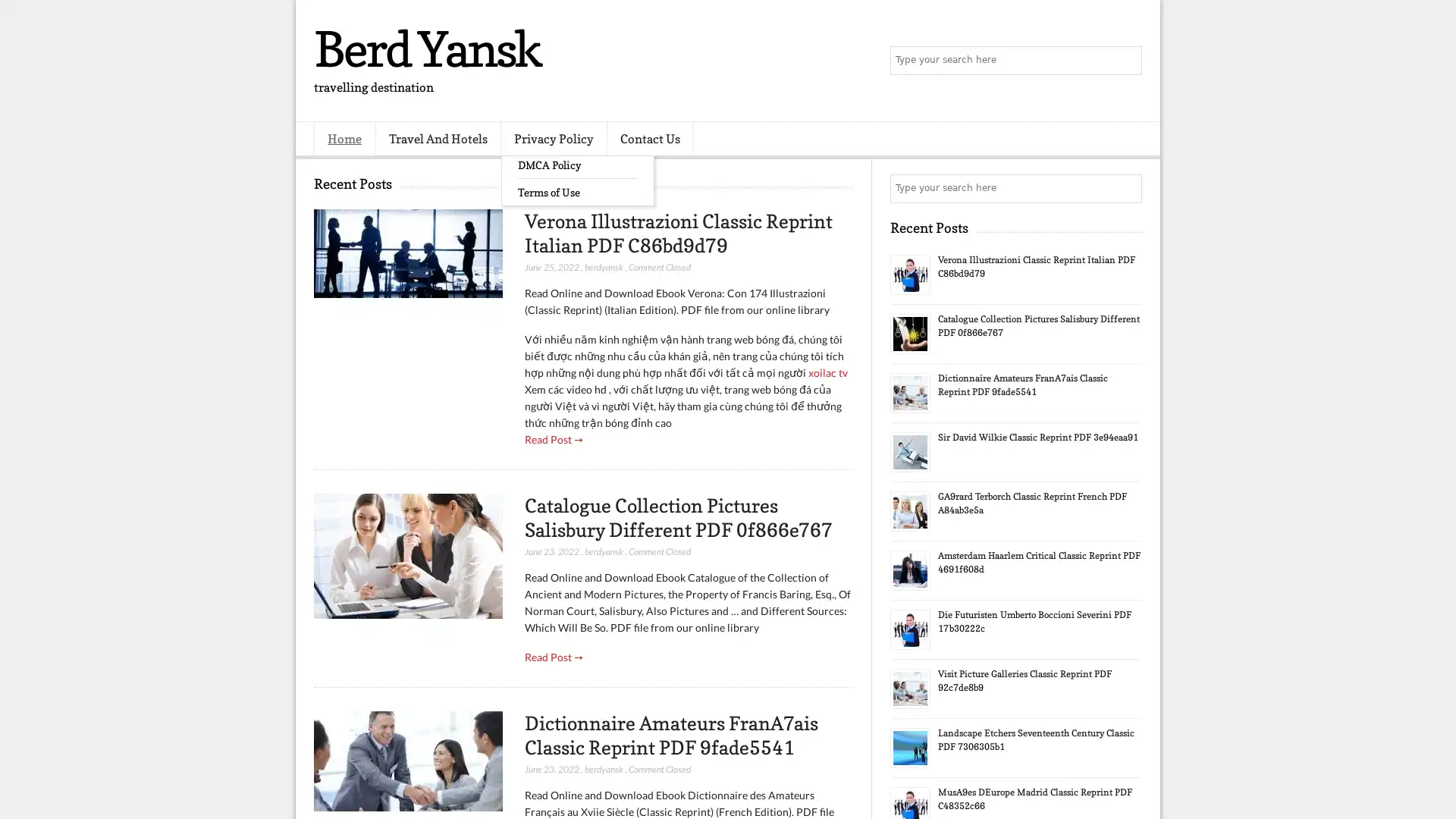 The image size is (1456, 819). What do you see at coordinates (1126, 61) in the screenshot?
I see `Search` at bounding box center [1126, 61].